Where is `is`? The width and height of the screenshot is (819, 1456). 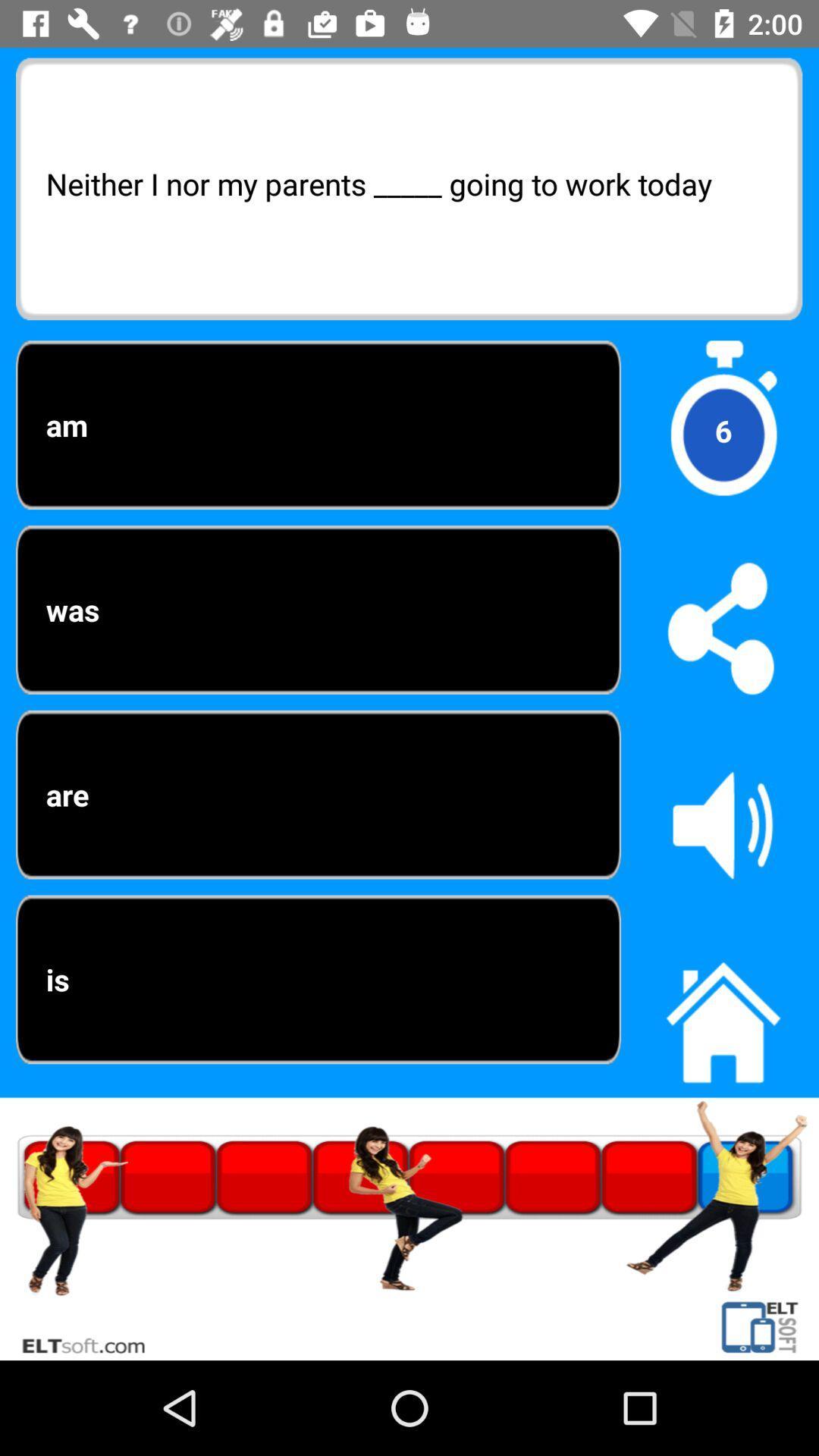 is is located at coordinates (318, 979).